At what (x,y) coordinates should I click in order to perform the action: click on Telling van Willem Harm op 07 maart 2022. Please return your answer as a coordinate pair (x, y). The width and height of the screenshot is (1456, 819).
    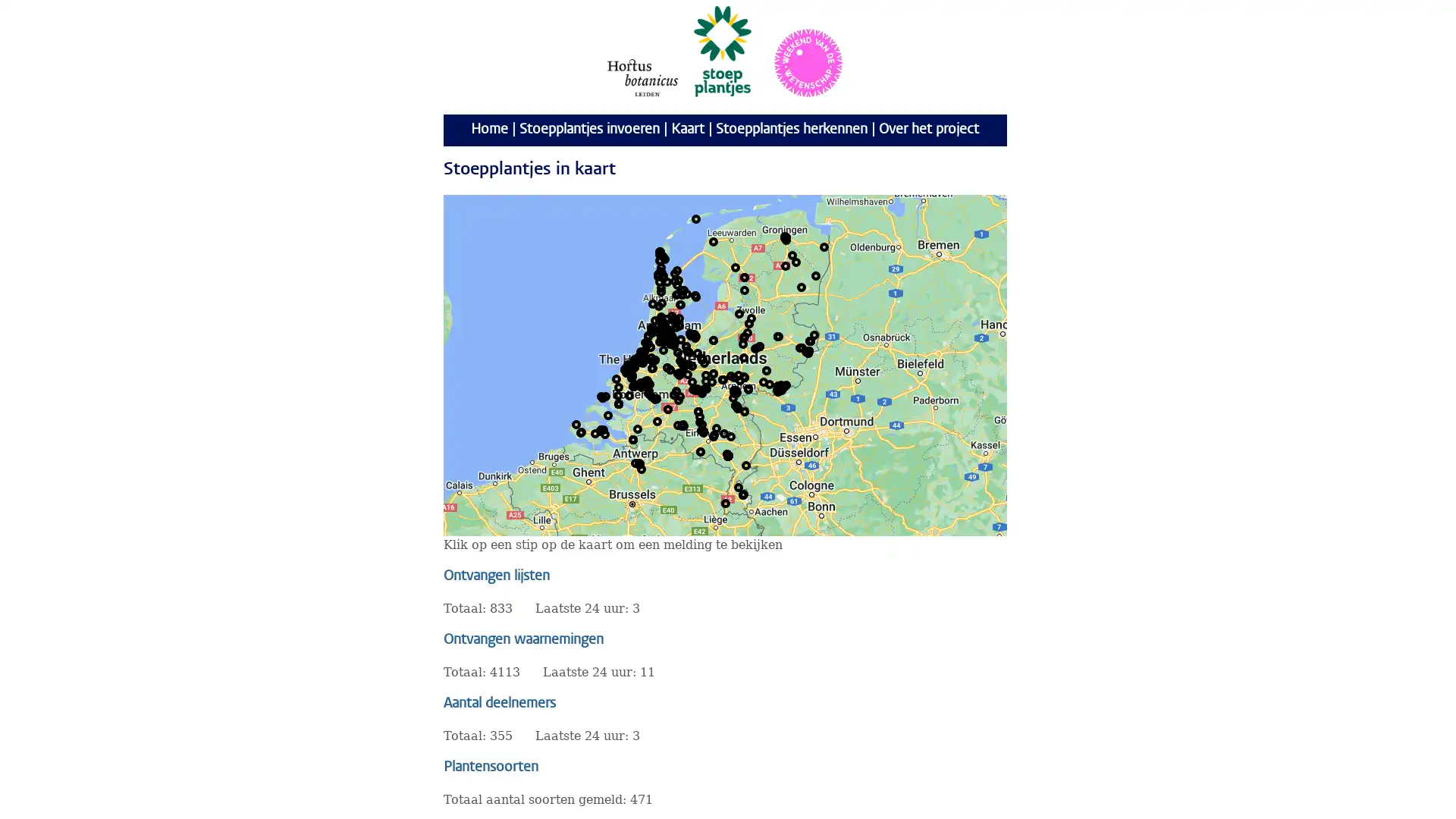
    Looking at the image, I should click on (648, 382).